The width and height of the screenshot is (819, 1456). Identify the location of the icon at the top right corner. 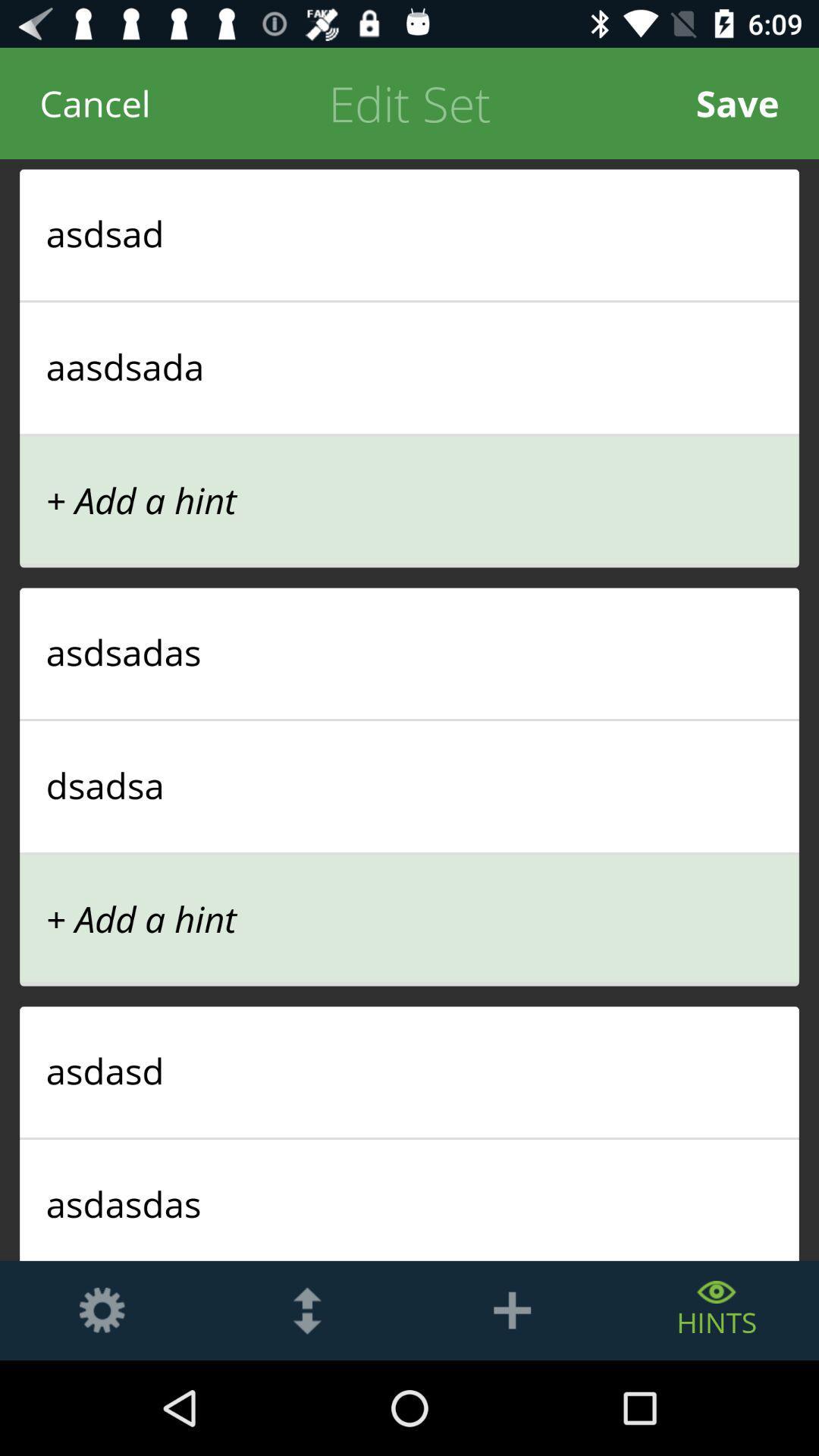
(736, 102).